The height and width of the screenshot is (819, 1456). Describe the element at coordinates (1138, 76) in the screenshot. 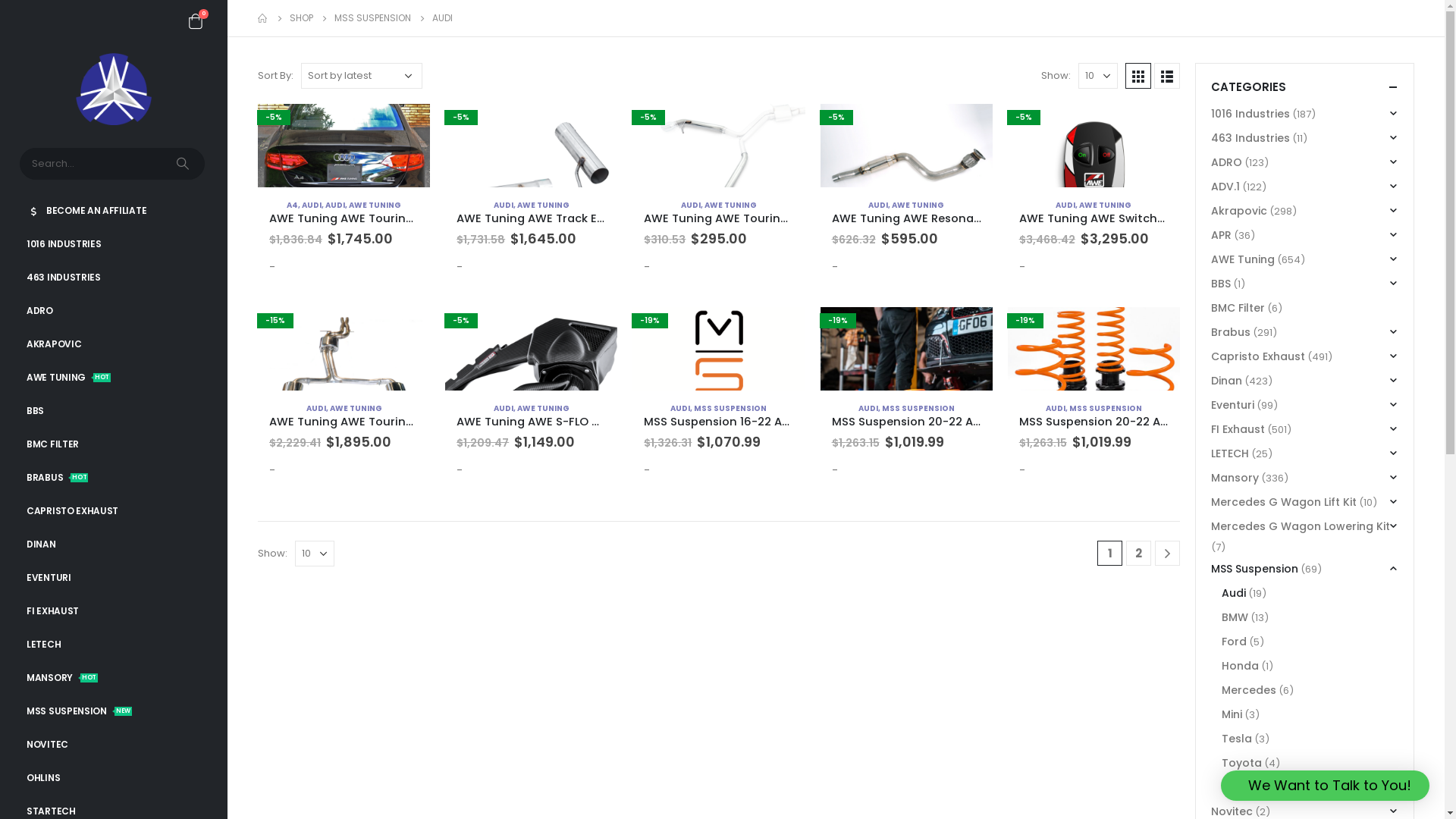

I see `'Grid View'` at that location.